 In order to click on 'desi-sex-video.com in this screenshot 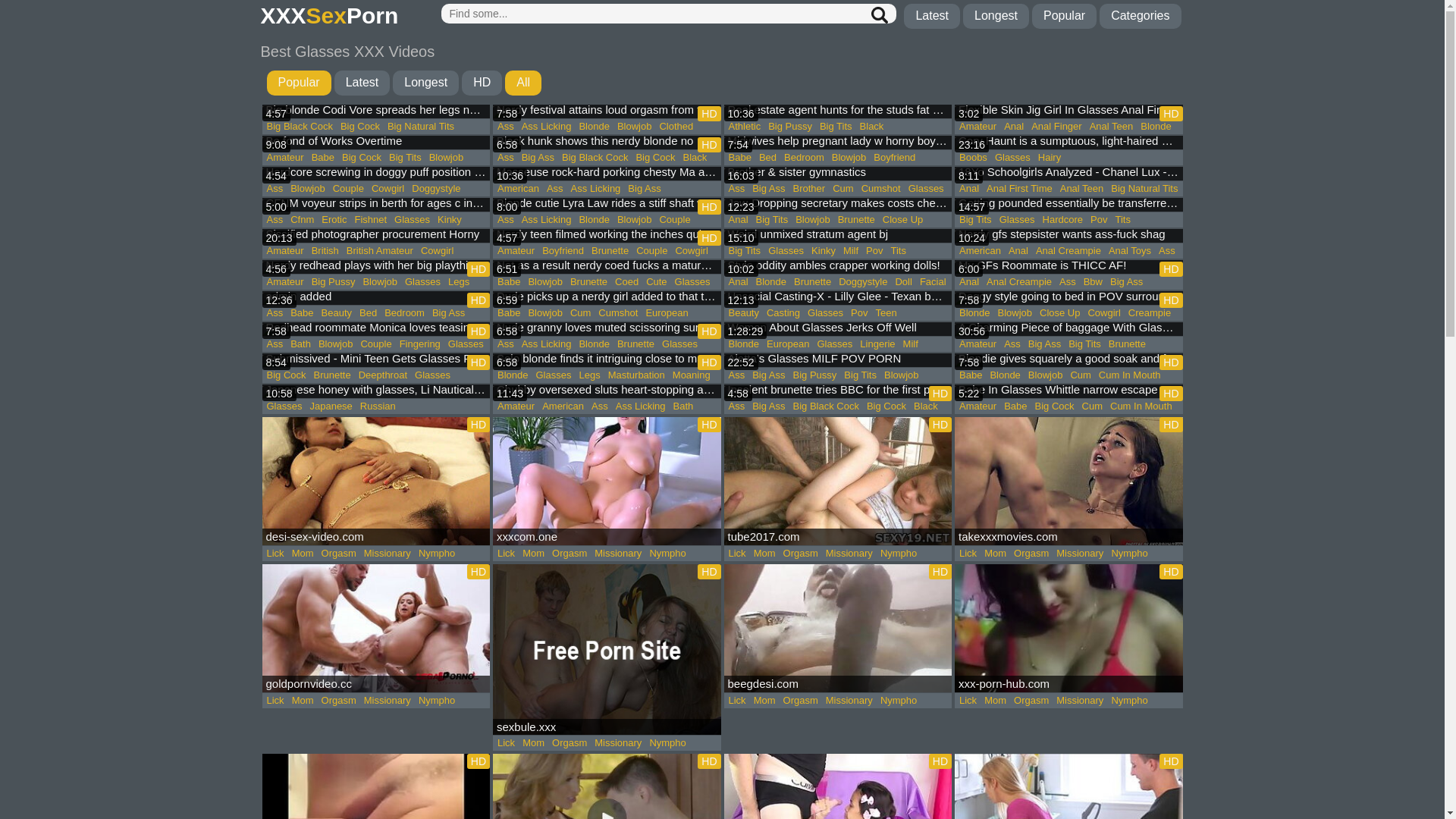, I will do `click(376, 481)`.